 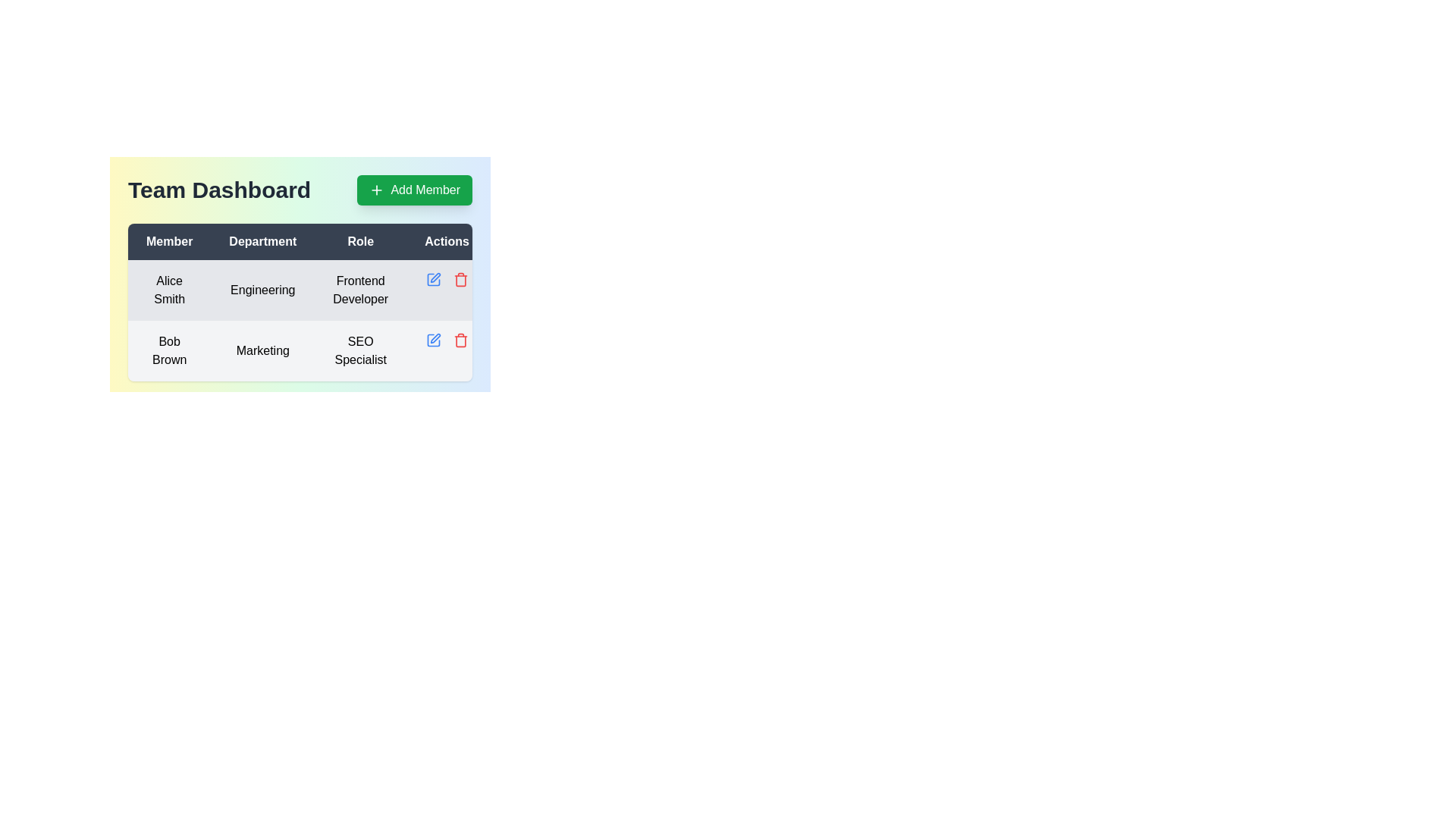 I want to click on the action control group icons for 'Alice Smith', so click(x=446, y=280).